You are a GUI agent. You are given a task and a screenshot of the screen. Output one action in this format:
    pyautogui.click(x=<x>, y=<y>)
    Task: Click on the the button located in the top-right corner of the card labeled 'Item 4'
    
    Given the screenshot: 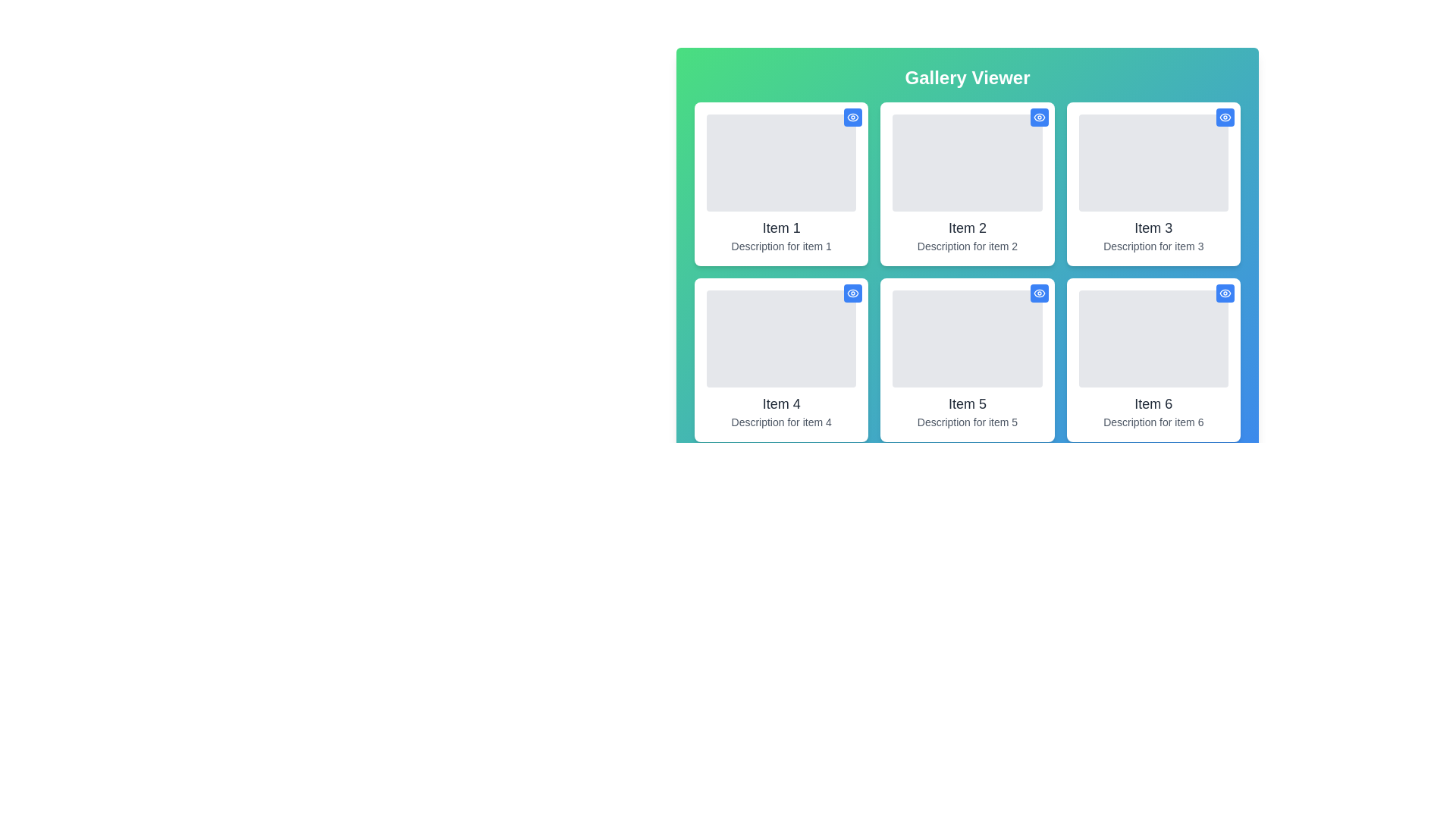 What is the action you would take?
    pyautogui.click(x=853, y=293)
    